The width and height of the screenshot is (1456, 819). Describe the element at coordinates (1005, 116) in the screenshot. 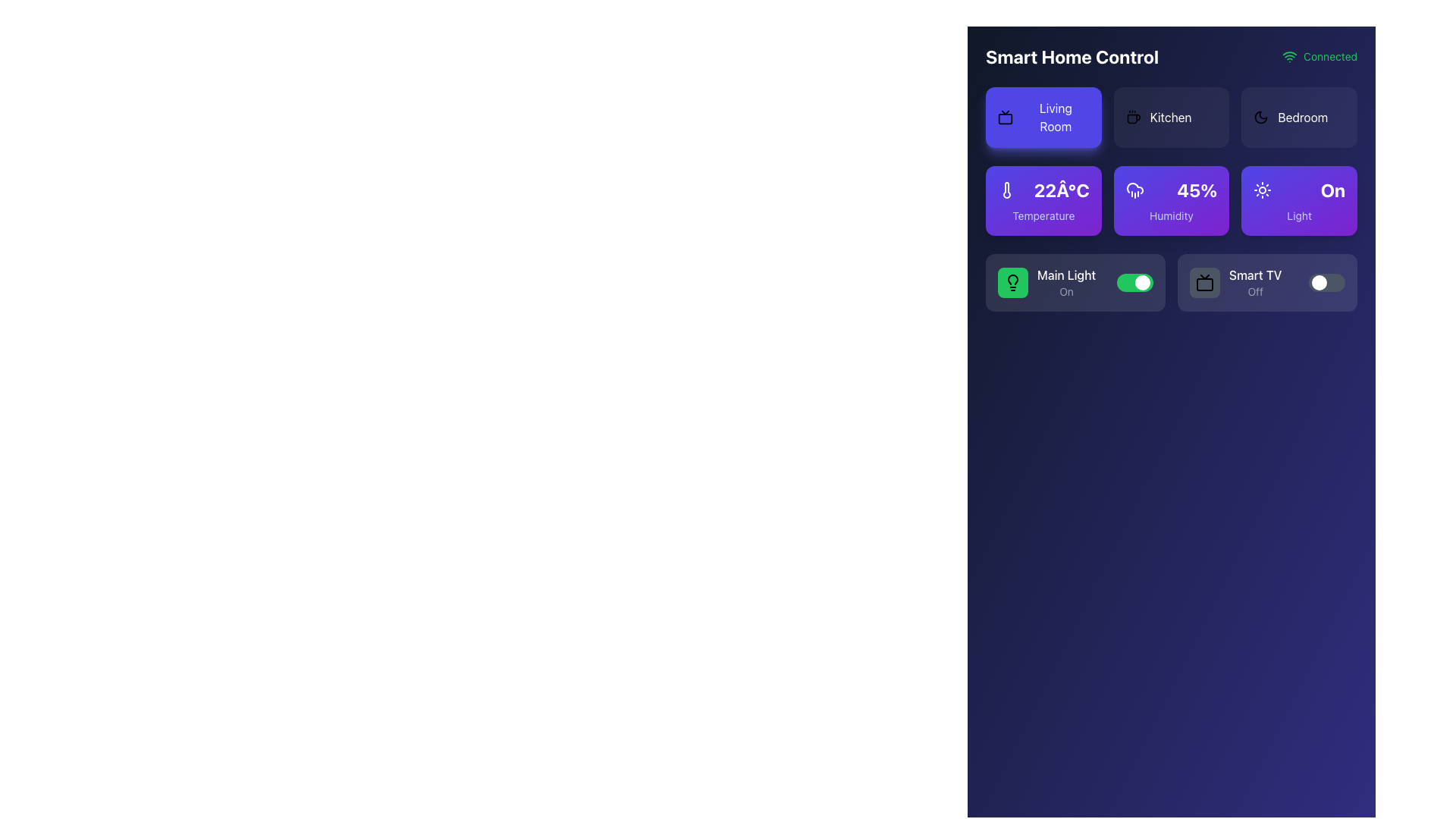

I see `the television icon located within the 'Living Room' button, positioned towards the left of the button's text` at that location.